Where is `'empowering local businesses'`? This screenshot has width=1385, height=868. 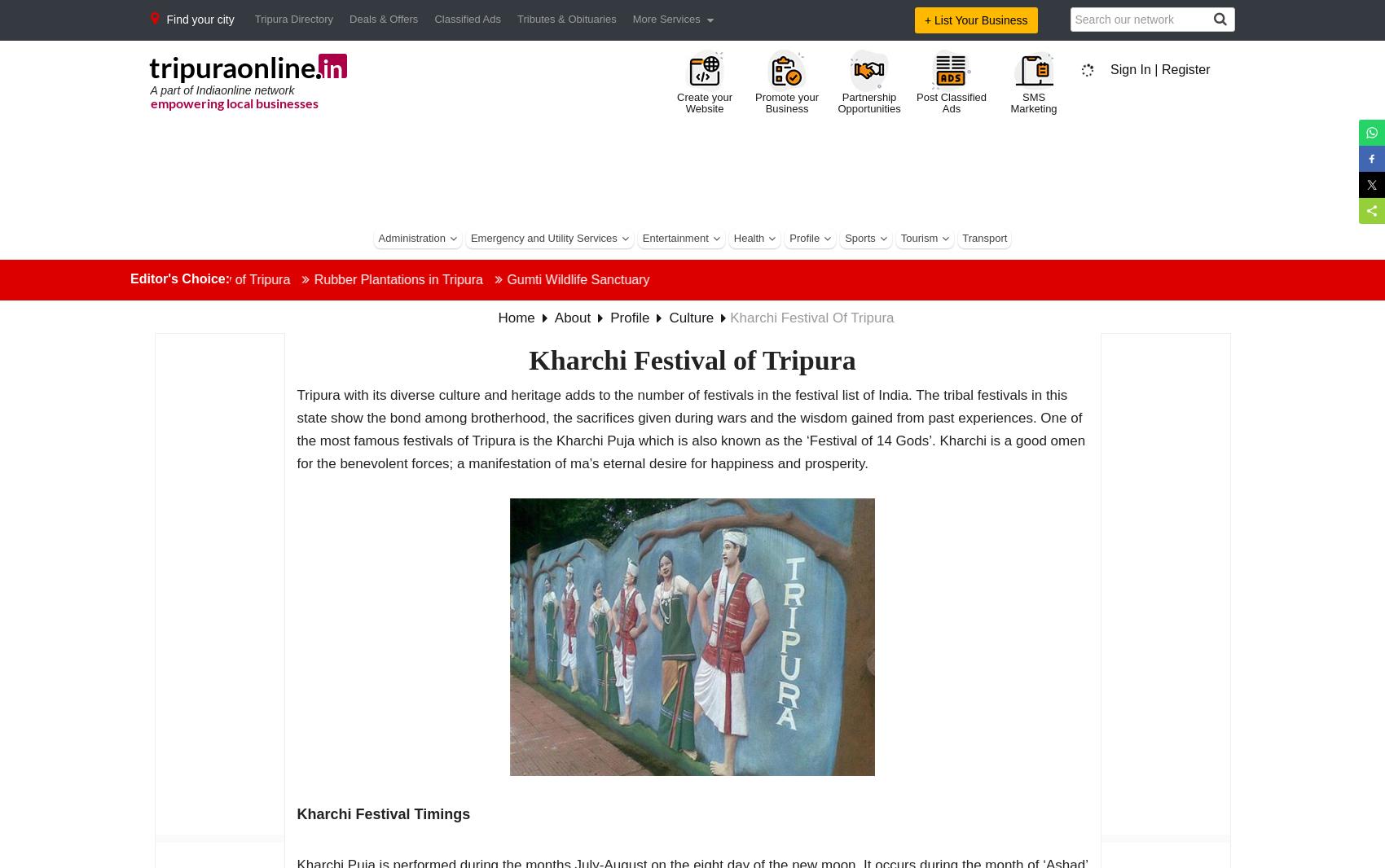 'empowering local businesses' is located at coordinates (233, 101).